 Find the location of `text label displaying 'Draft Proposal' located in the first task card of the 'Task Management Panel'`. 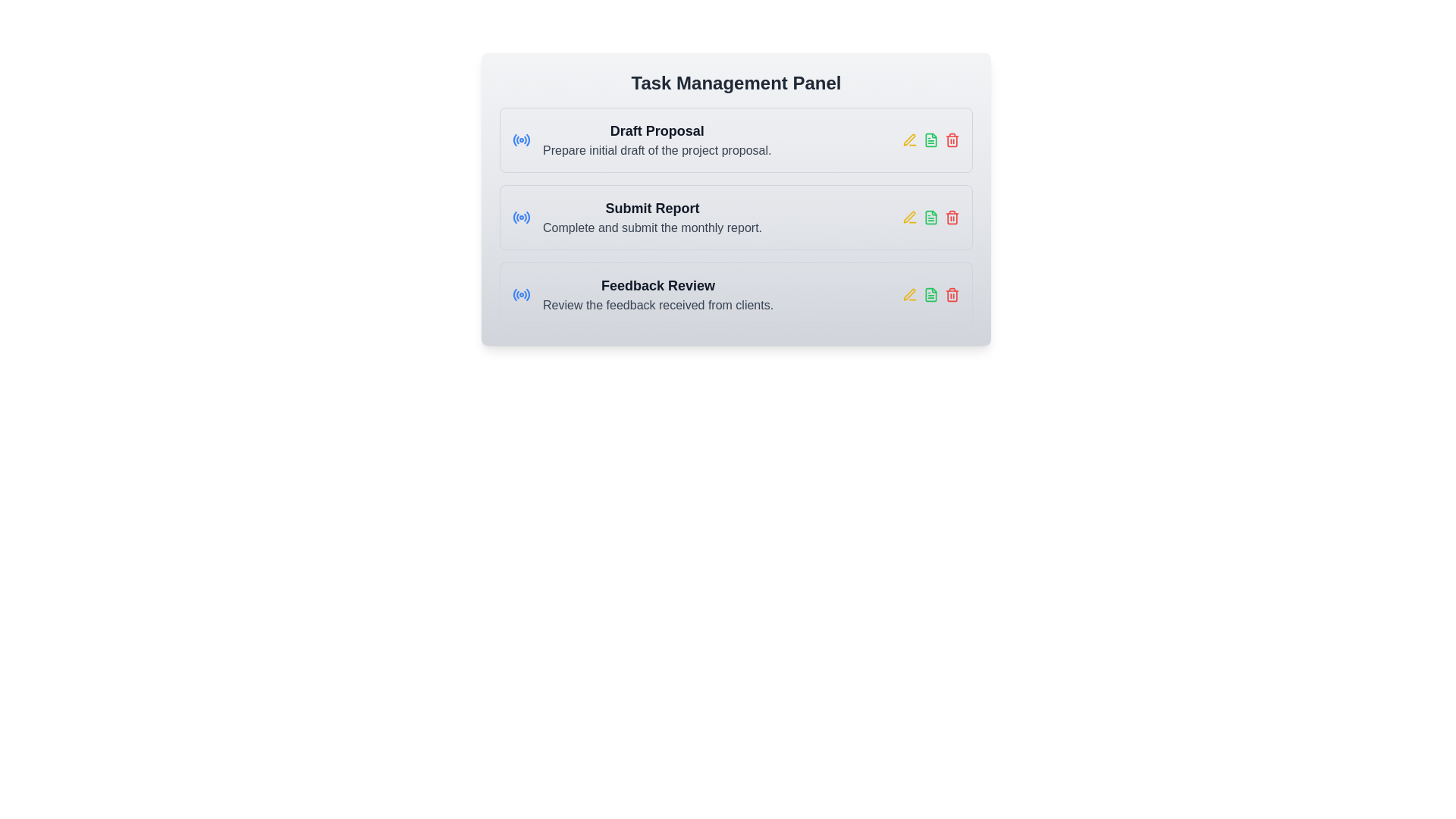

text label displaying 'Draft Proposal' located in the first task card of the 'Task Management Panel' is located at coordinates (657, 130).